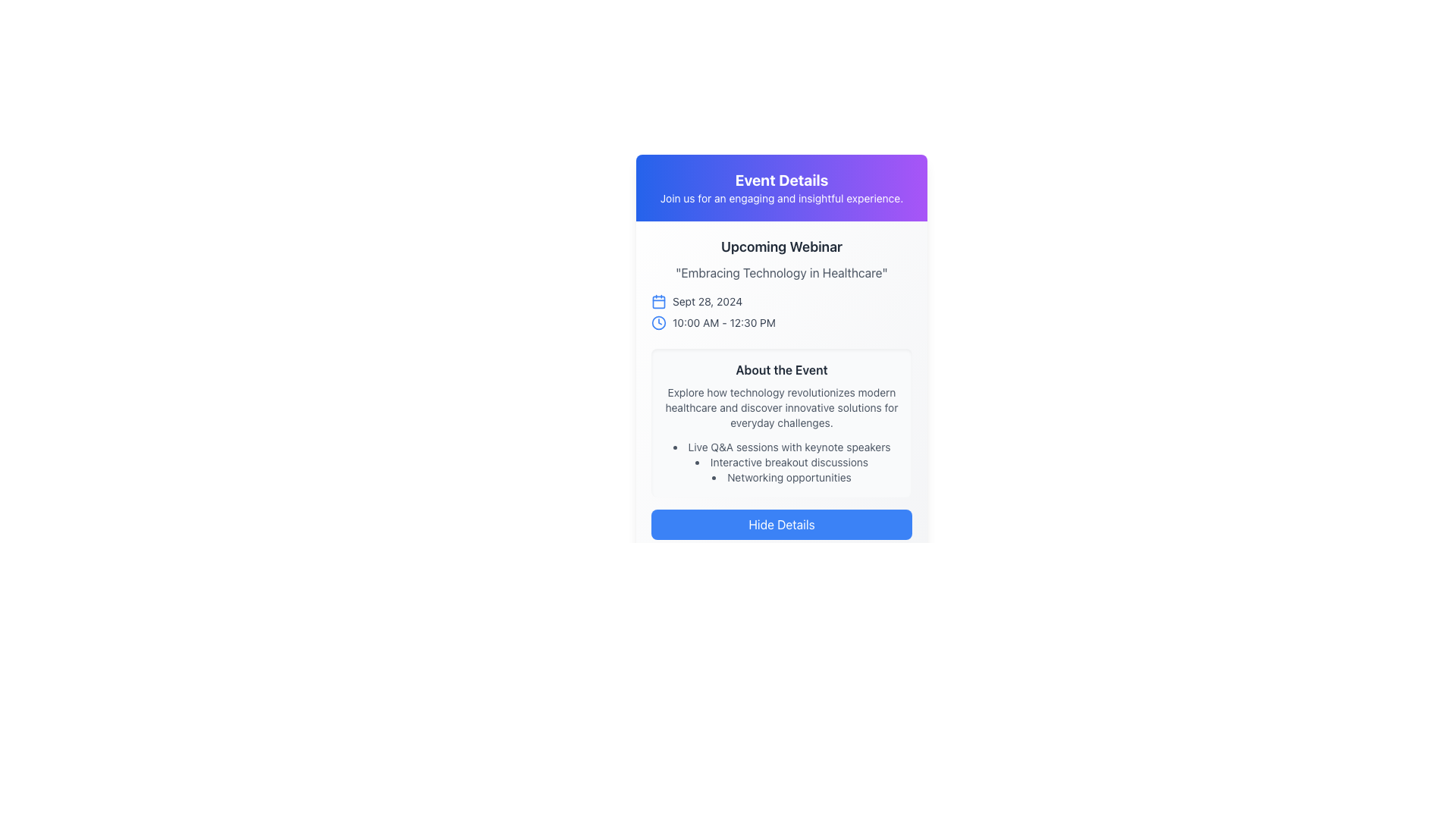  What do you see at coordinates (658, 322) in the screenshot?
I see `the outer circle of the clock icon in the Upcoming Webinar section, which is located beneath the title and to the right of the blue calendar icon` at bounding box center [658, 322].